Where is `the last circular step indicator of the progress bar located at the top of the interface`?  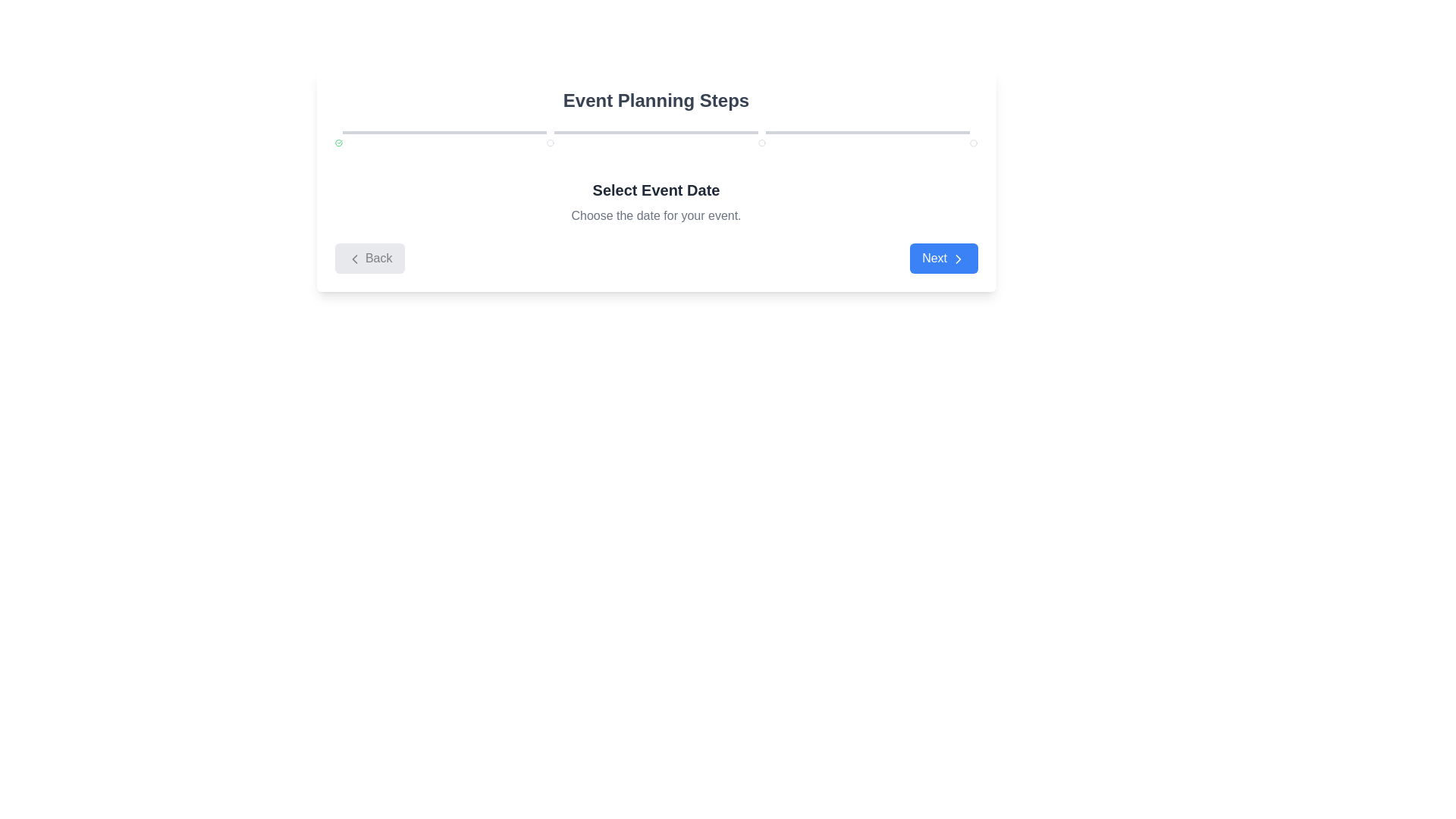
the last circular step indicator of the progress bar located at the top of the interface is located at coordinates (974, 143).